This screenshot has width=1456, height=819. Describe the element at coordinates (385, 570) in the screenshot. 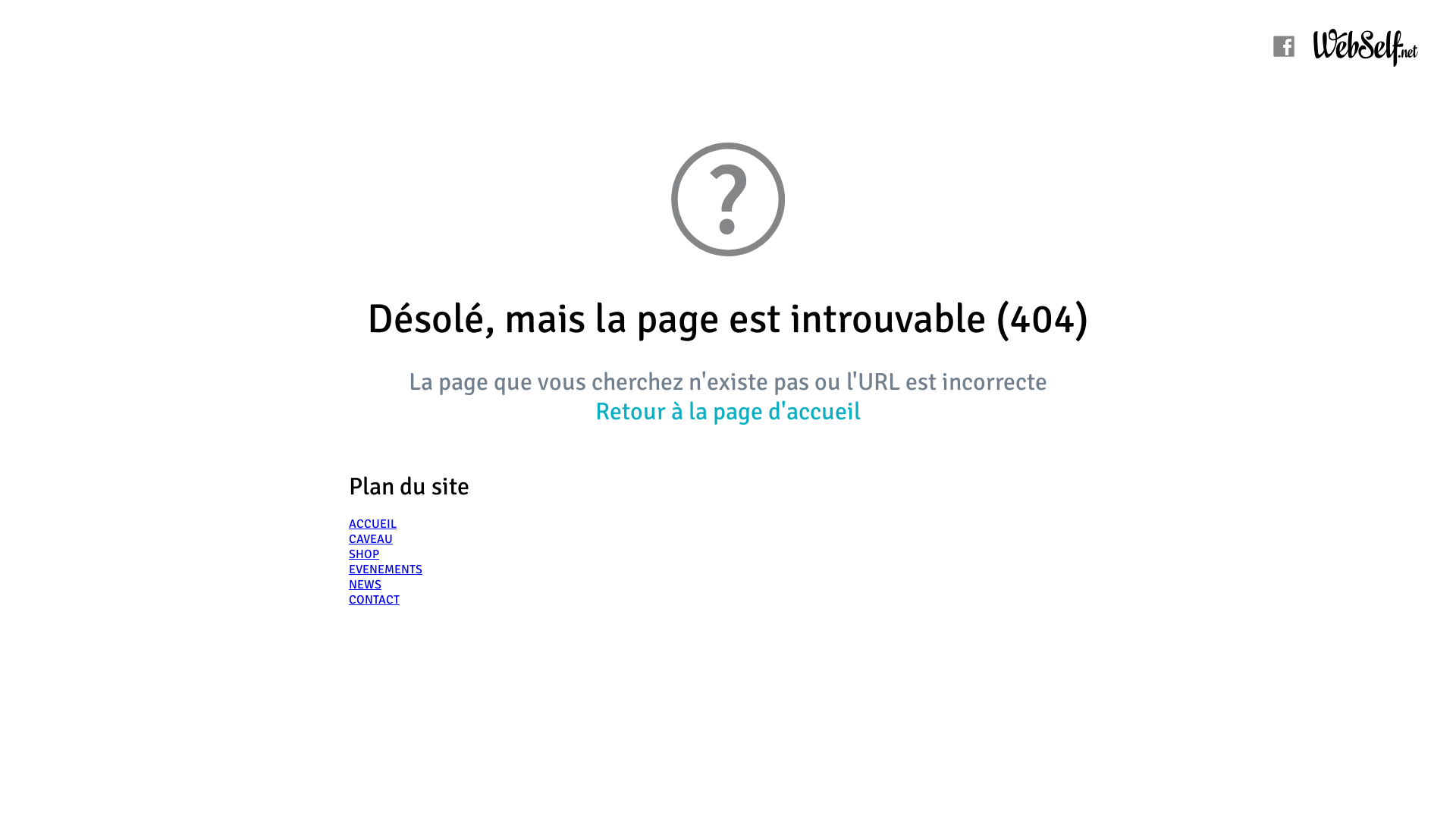

I see `'EVENEMENTS'` at that location.